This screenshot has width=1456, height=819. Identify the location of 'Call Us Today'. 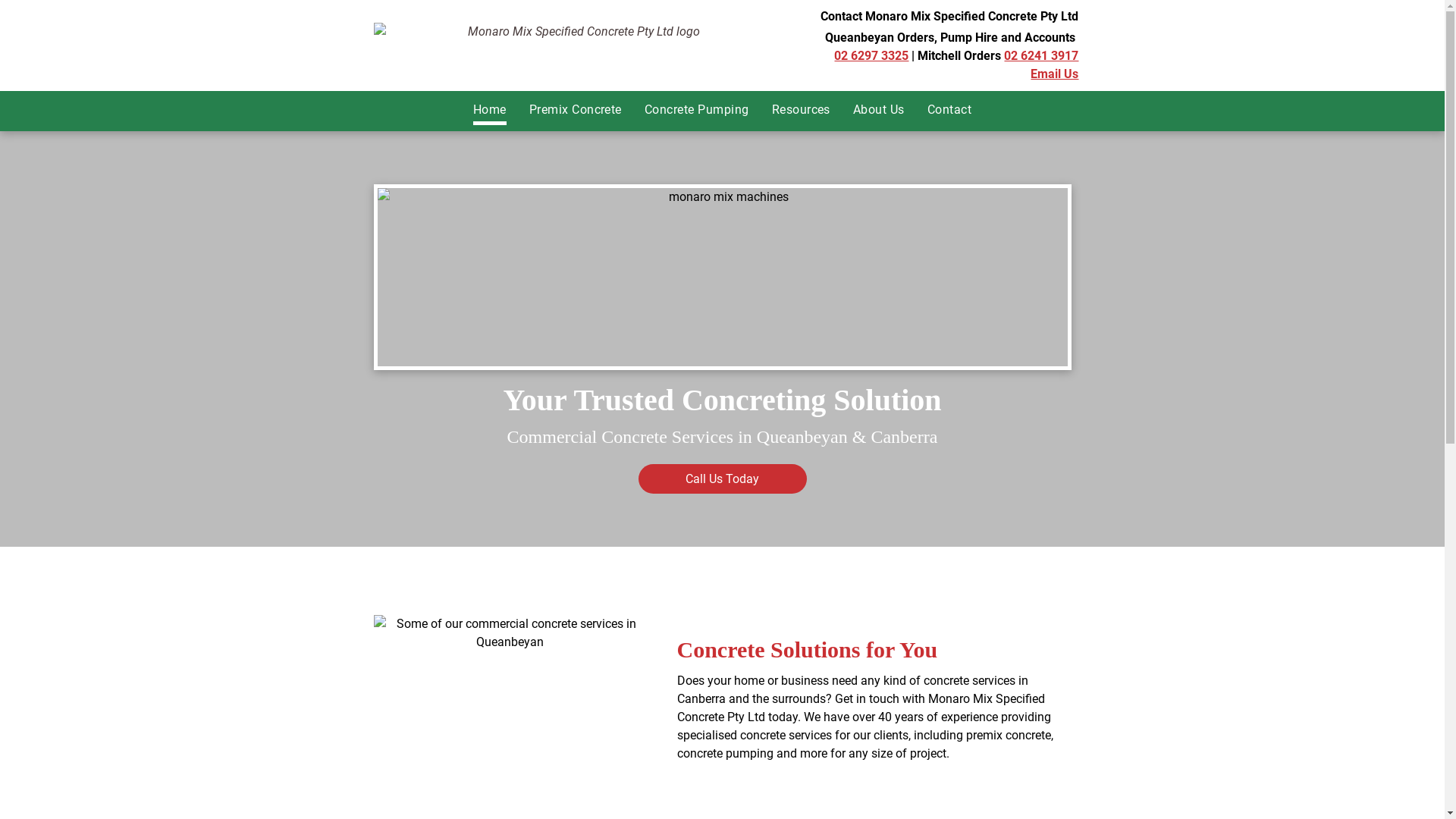
(638, 479).